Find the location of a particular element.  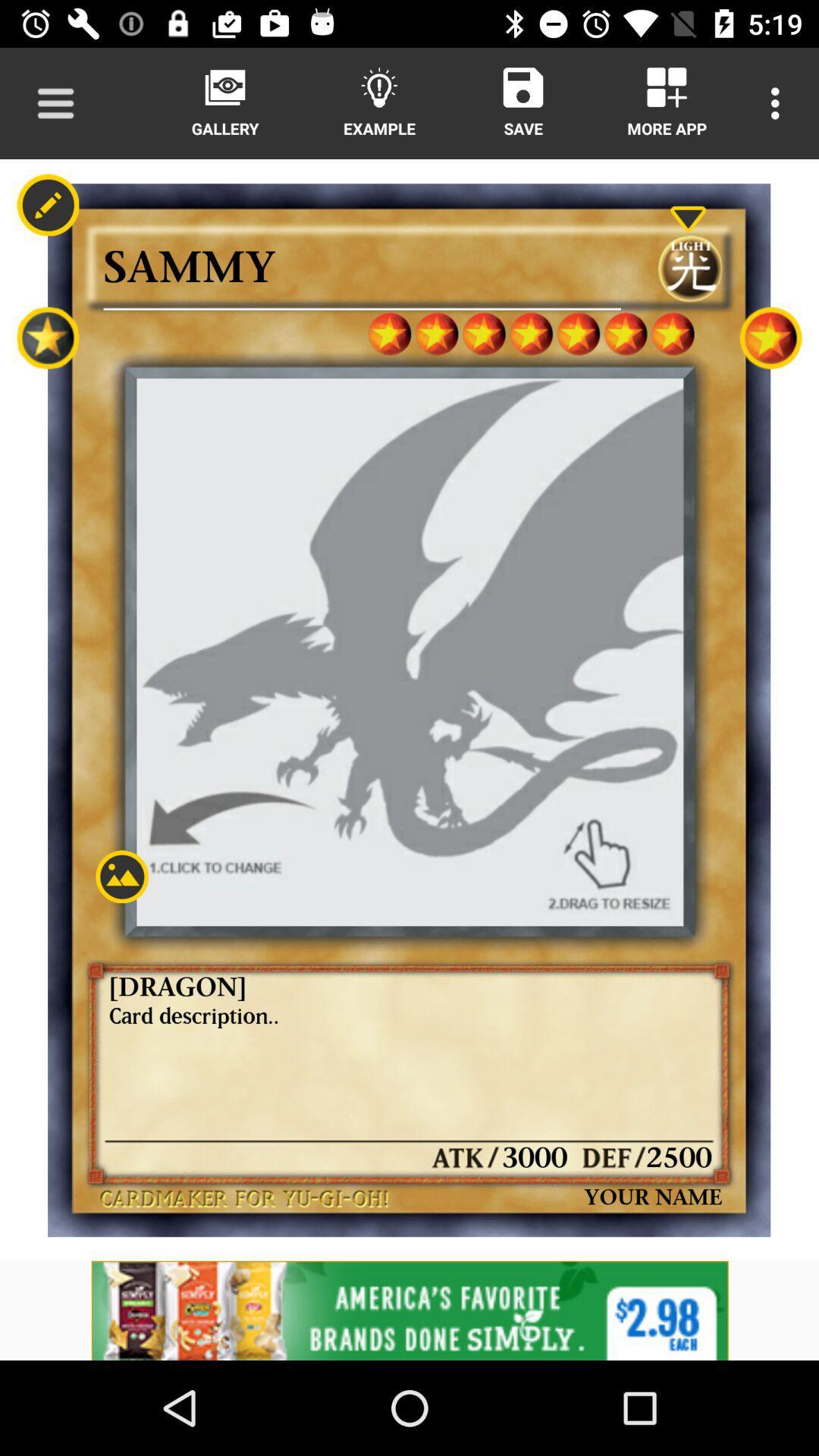

the star icon is located at coordinates (770, 337).